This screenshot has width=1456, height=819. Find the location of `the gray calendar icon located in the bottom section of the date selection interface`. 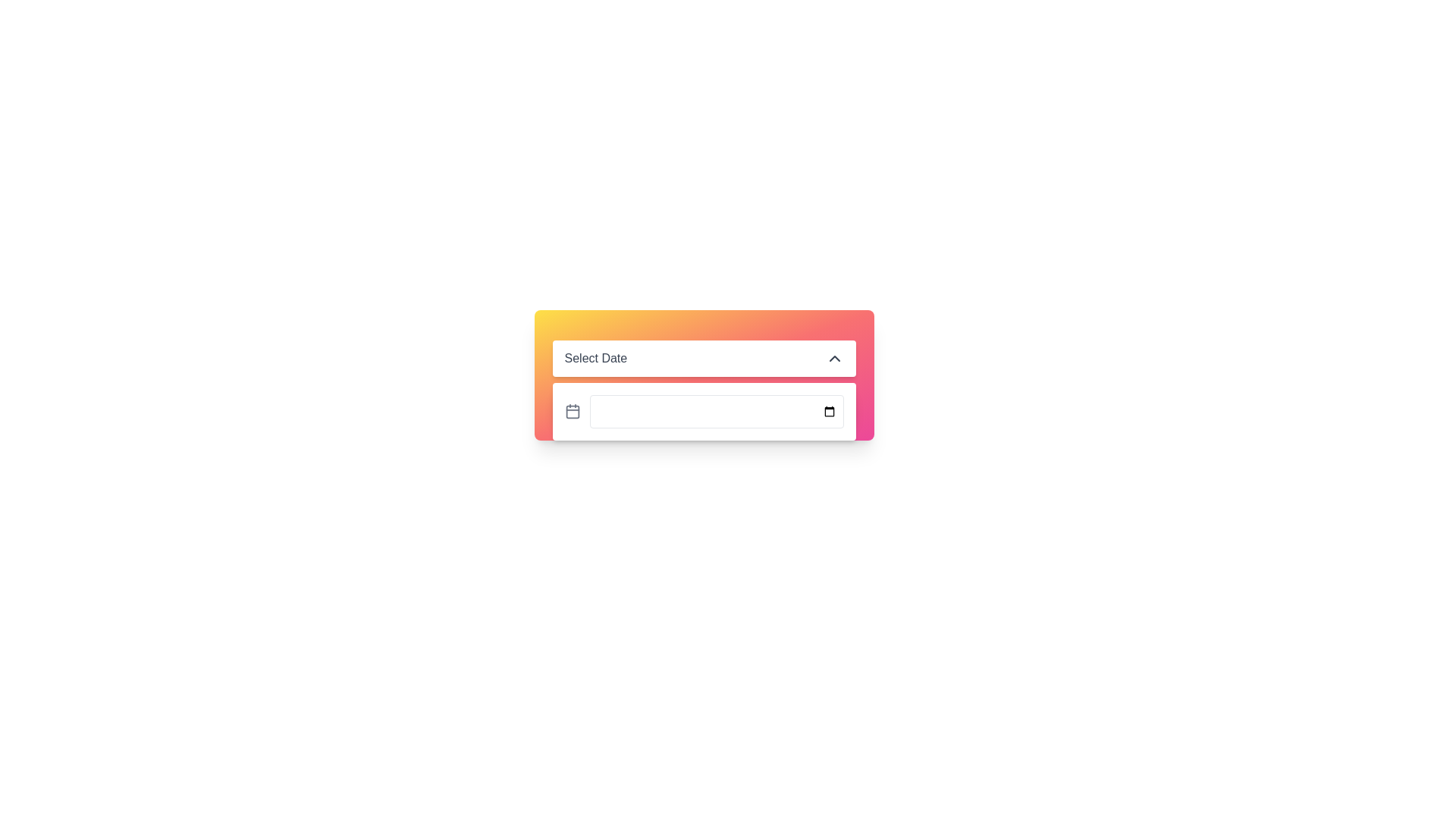

the gray calendar icon located in the bottom section of the date selection interface is located at coordinates (572, 412).